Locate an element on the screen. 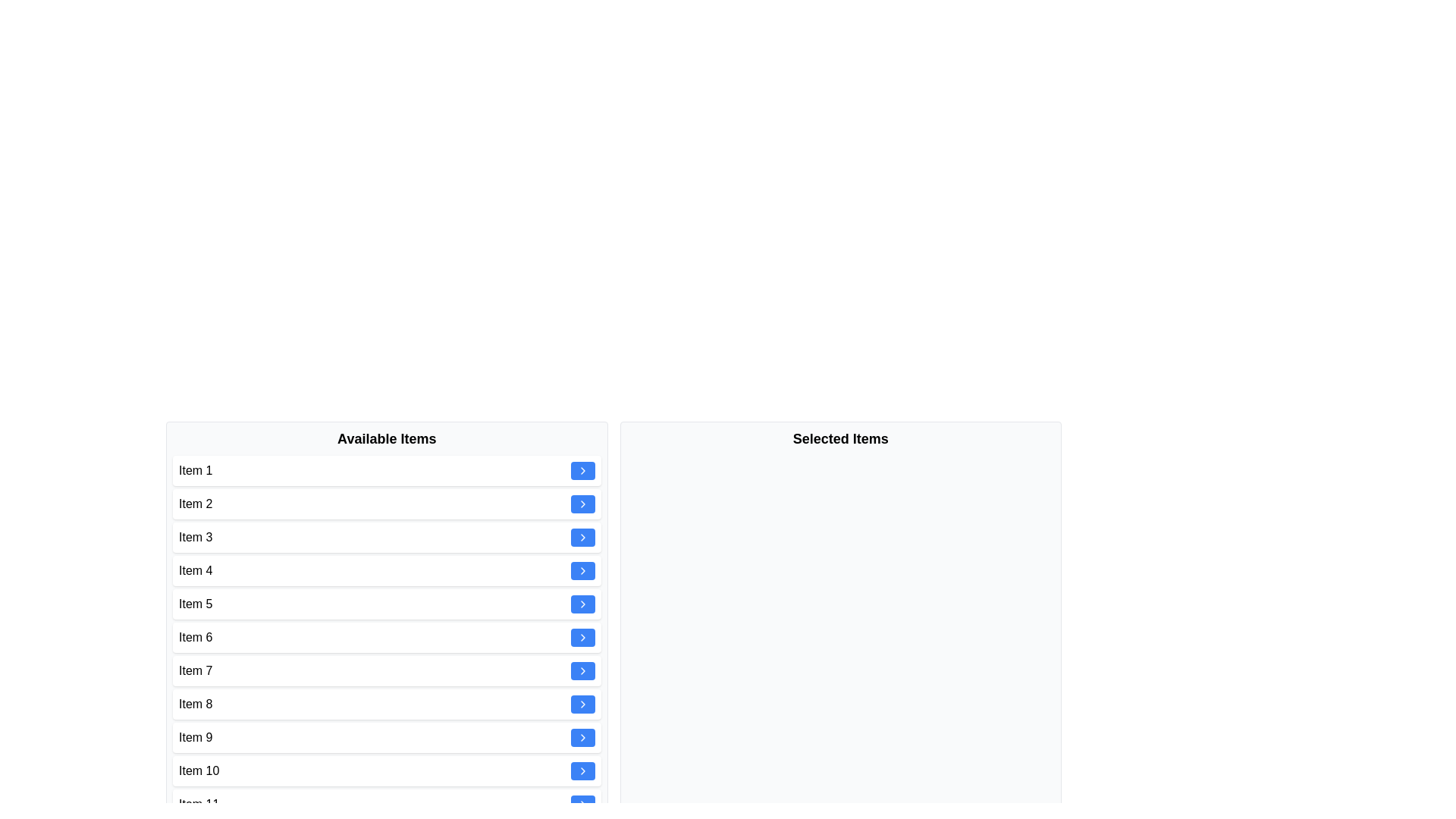 Image resolution: width=1456 pixels, height=819 pixels. the chevron icon indicating a forward action for 'Item 8' in the 'Available Items' list is located at coordinates (582, 637).